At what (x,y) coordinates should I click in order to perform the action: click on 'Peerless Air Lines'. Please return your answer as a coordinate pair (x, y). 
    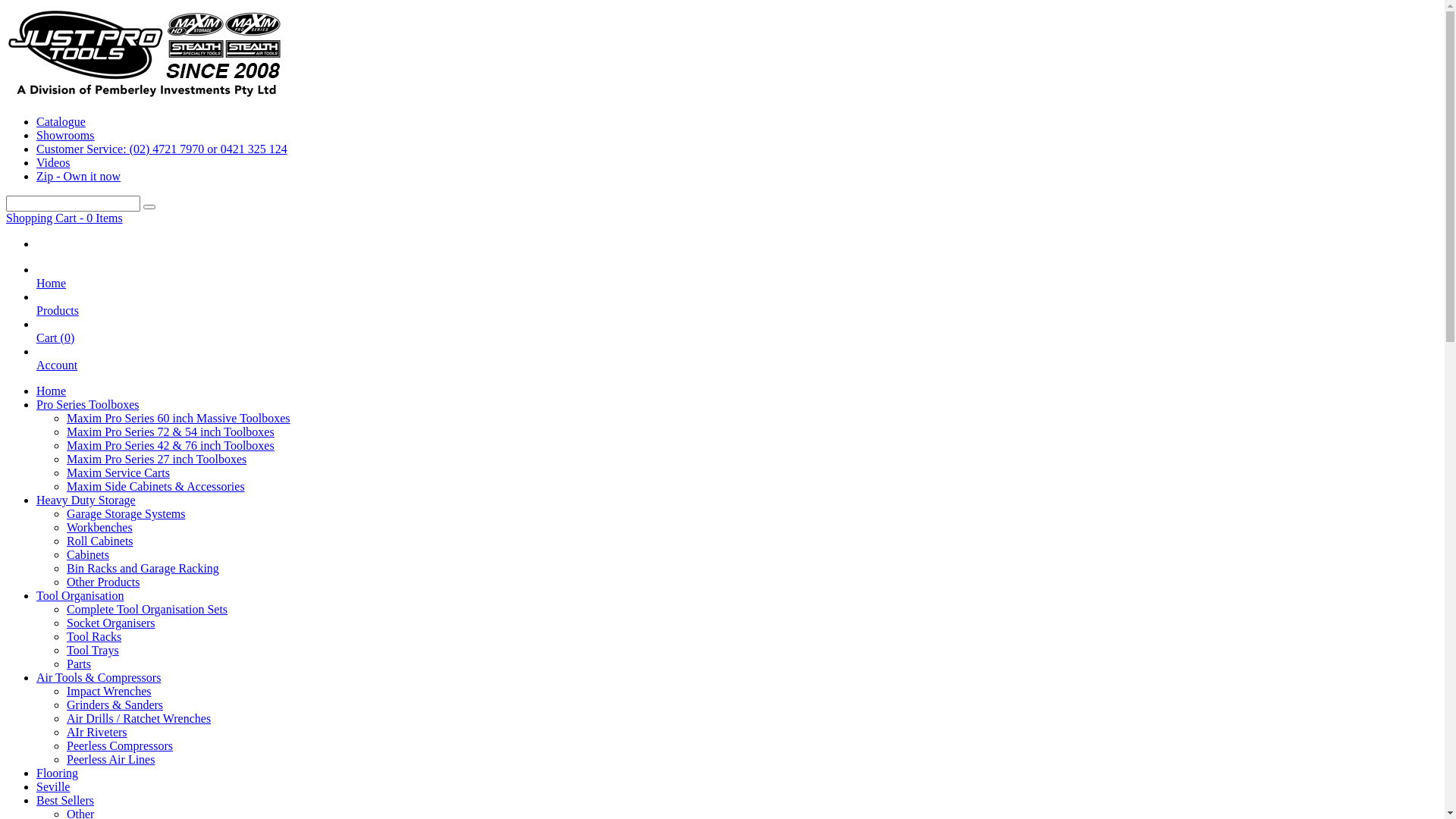
    Looking at the image, I should click on (109, 759).